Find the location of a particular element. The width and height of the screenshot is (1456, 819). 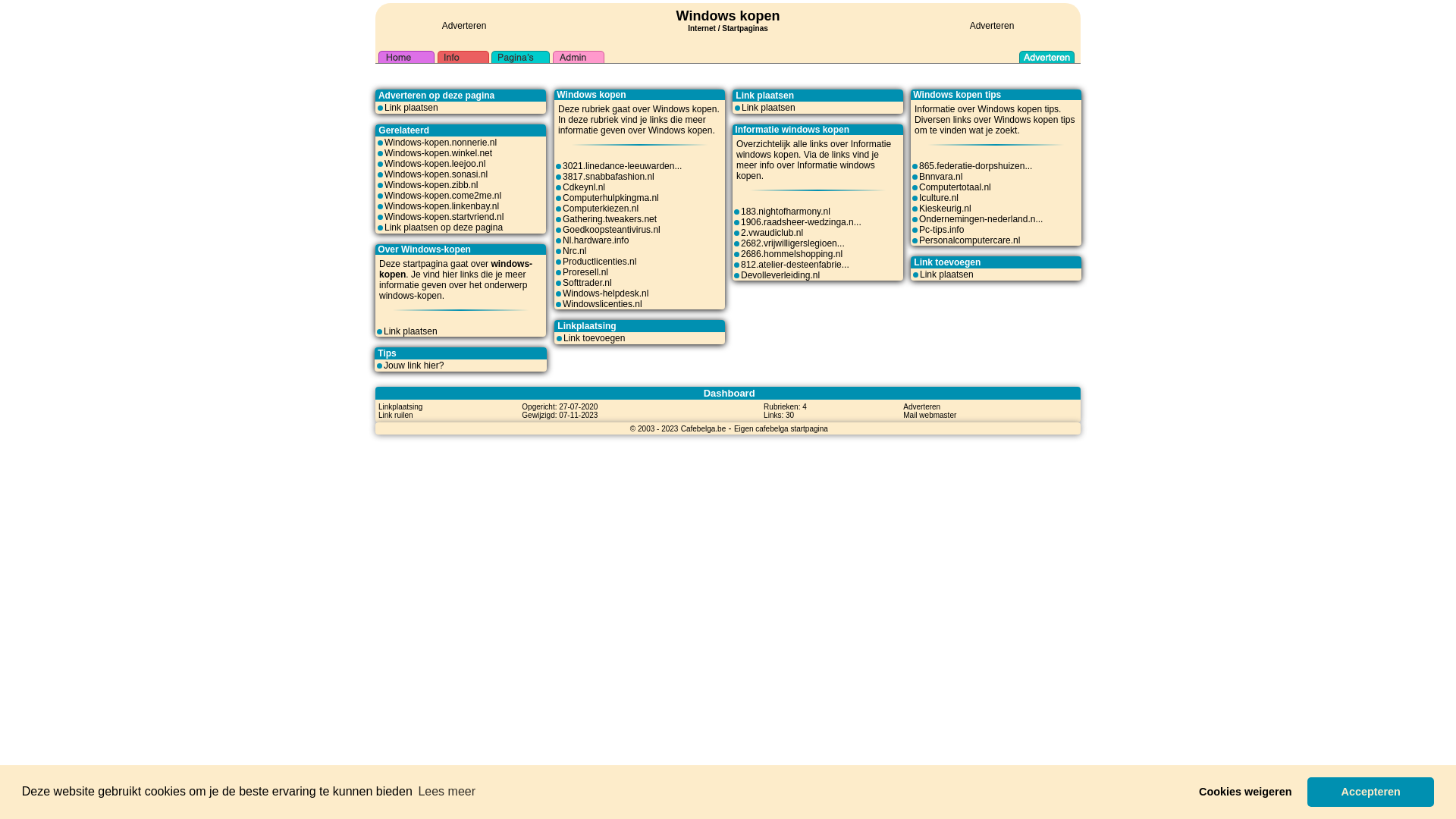

'812.atelier-desteenfabrie...' is located at coordinates (794, 263).